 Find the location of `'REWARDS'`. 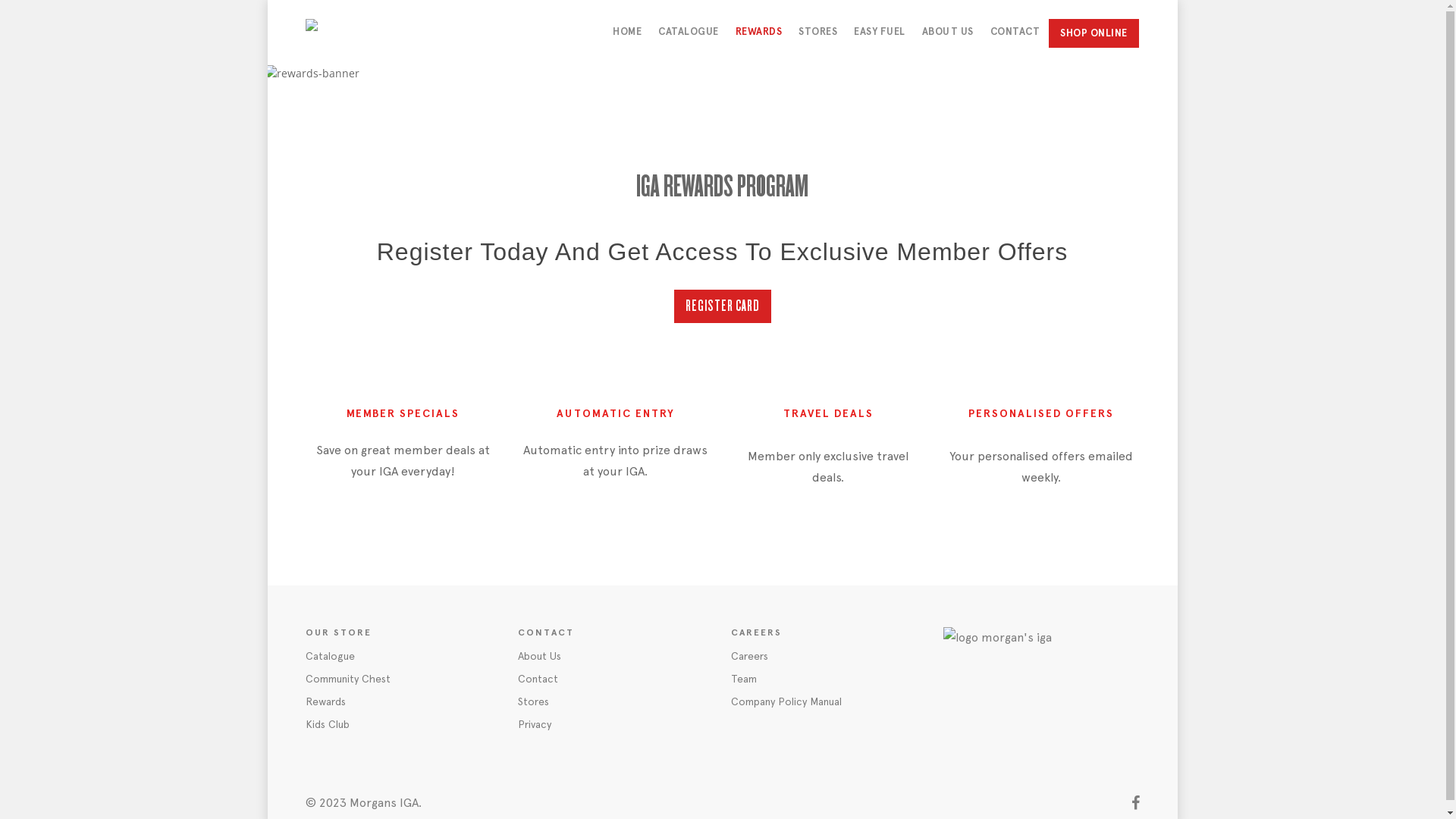

'REWARDS' is located at coordinates (728, 40).